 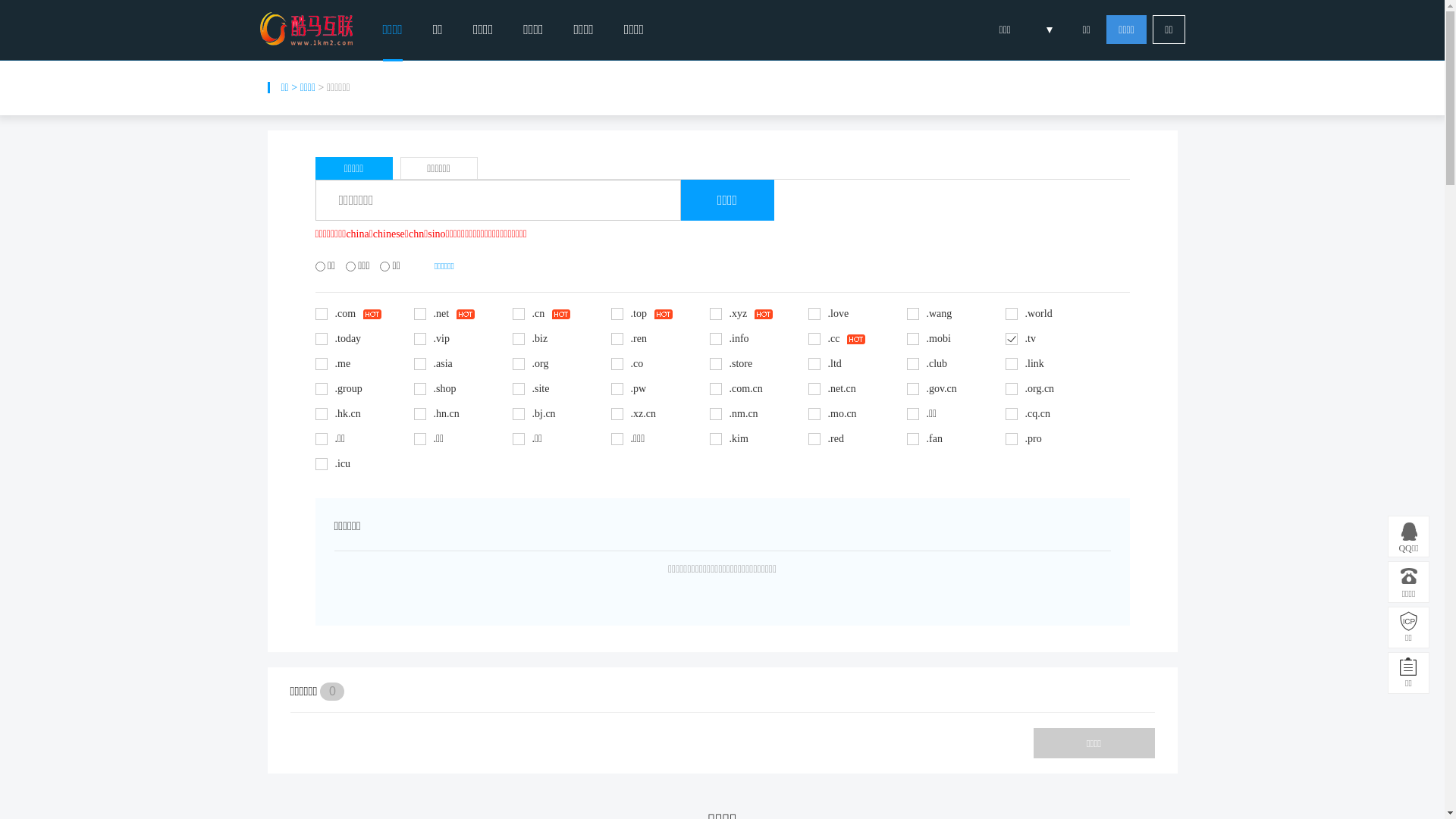 What do you see at coordinates (319, 691) in the screenshot?
I see `'0'` at bounding box center [319, 691].